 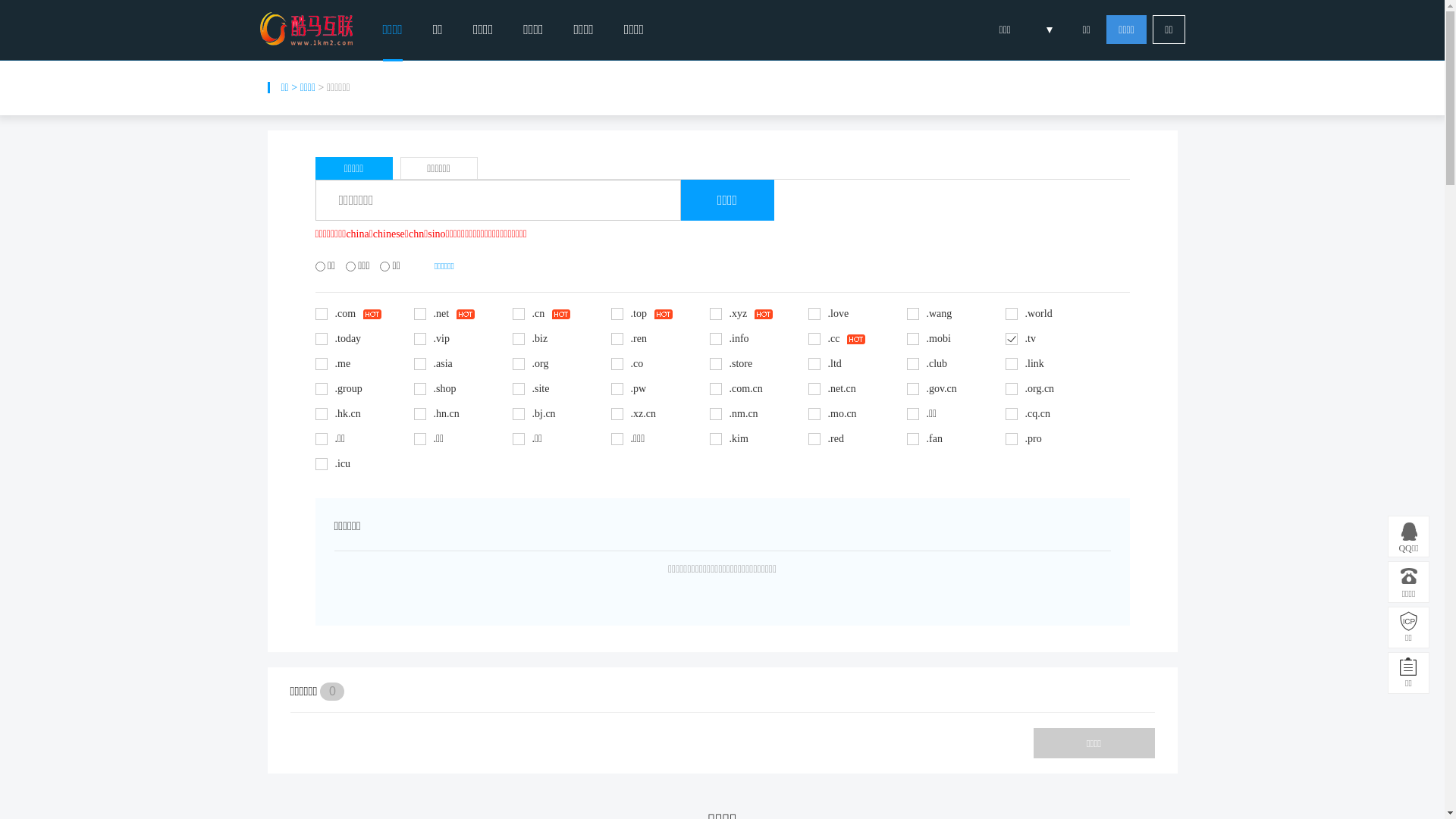 What do you see at coordinates (319, 691) in the screenshot?
I see `'0'` at bounding box center [319, 691].